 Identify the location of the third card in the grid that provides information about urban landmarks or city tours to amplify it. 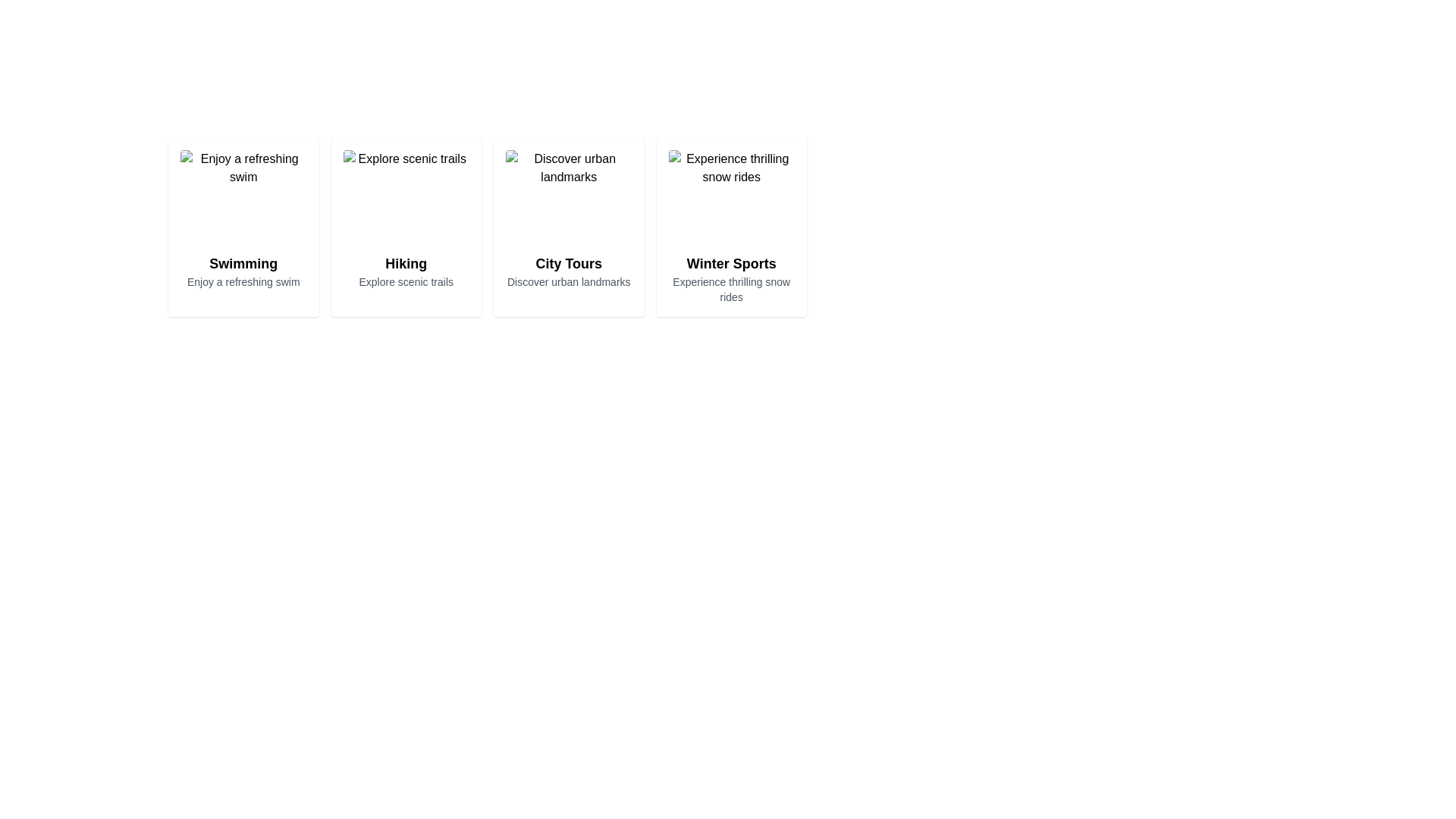
(568, 227).